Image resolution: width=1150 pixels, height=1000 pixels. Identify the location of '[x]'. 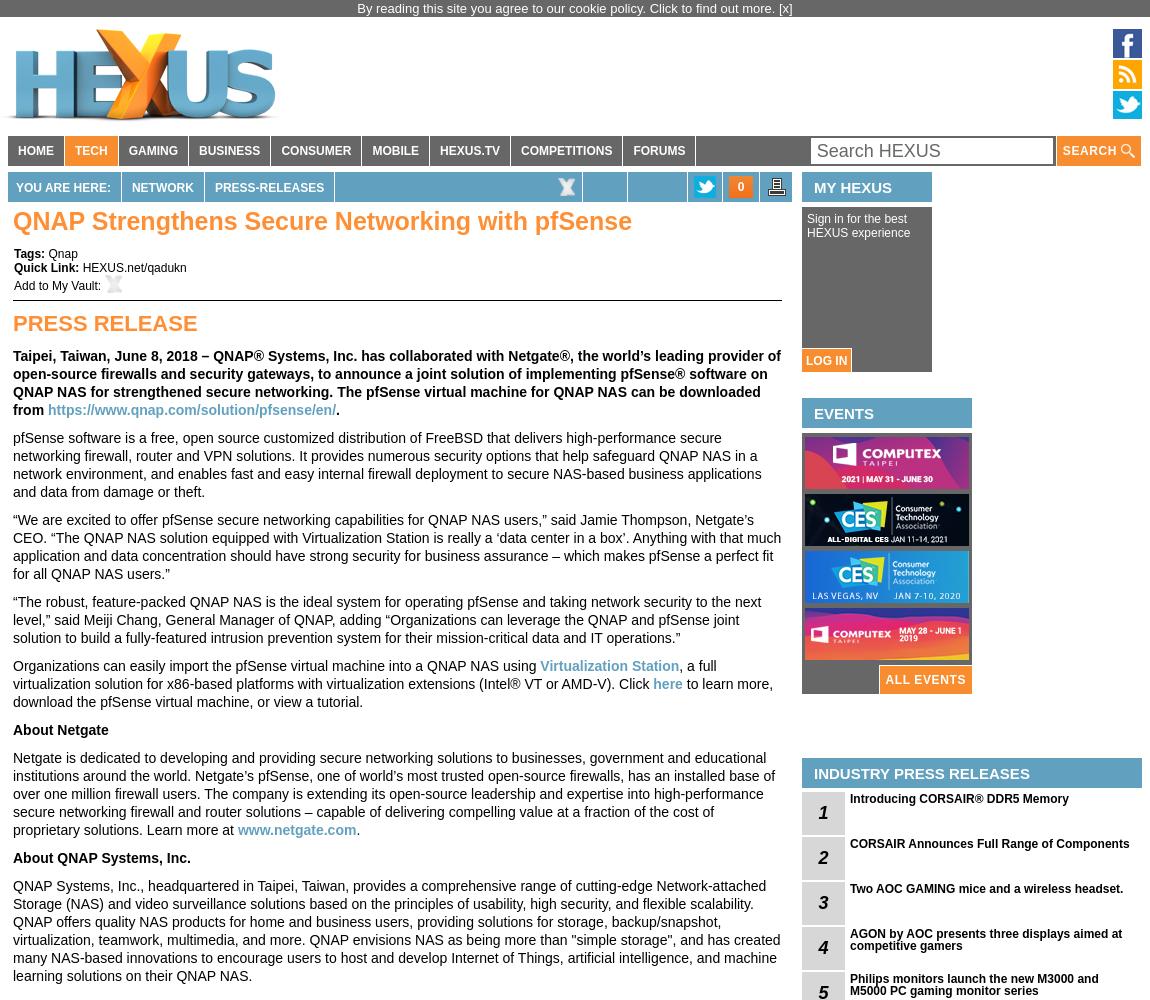
(784, 8).